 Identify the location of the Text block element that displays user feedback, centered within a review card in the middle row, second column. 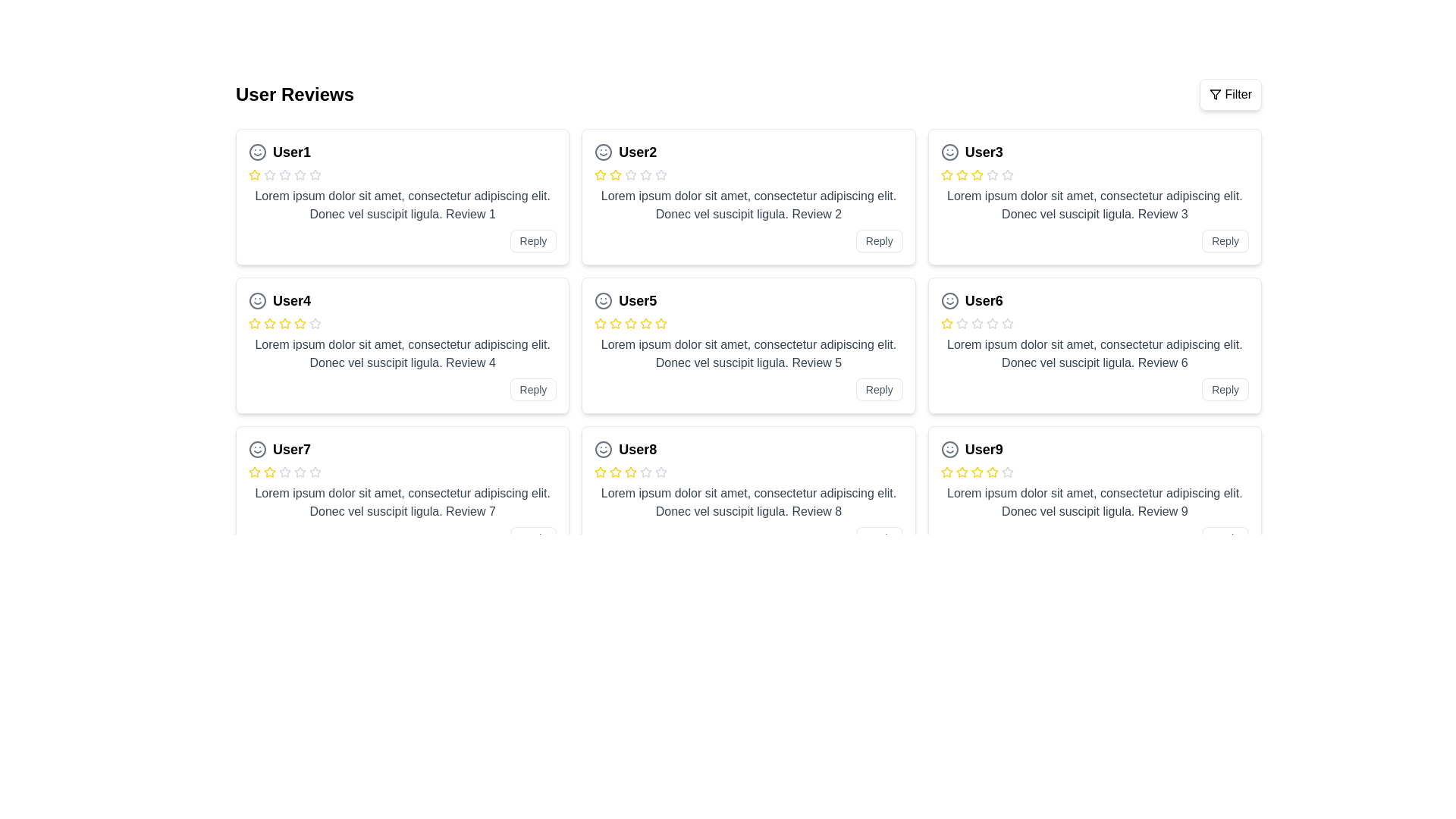
(748, 353).